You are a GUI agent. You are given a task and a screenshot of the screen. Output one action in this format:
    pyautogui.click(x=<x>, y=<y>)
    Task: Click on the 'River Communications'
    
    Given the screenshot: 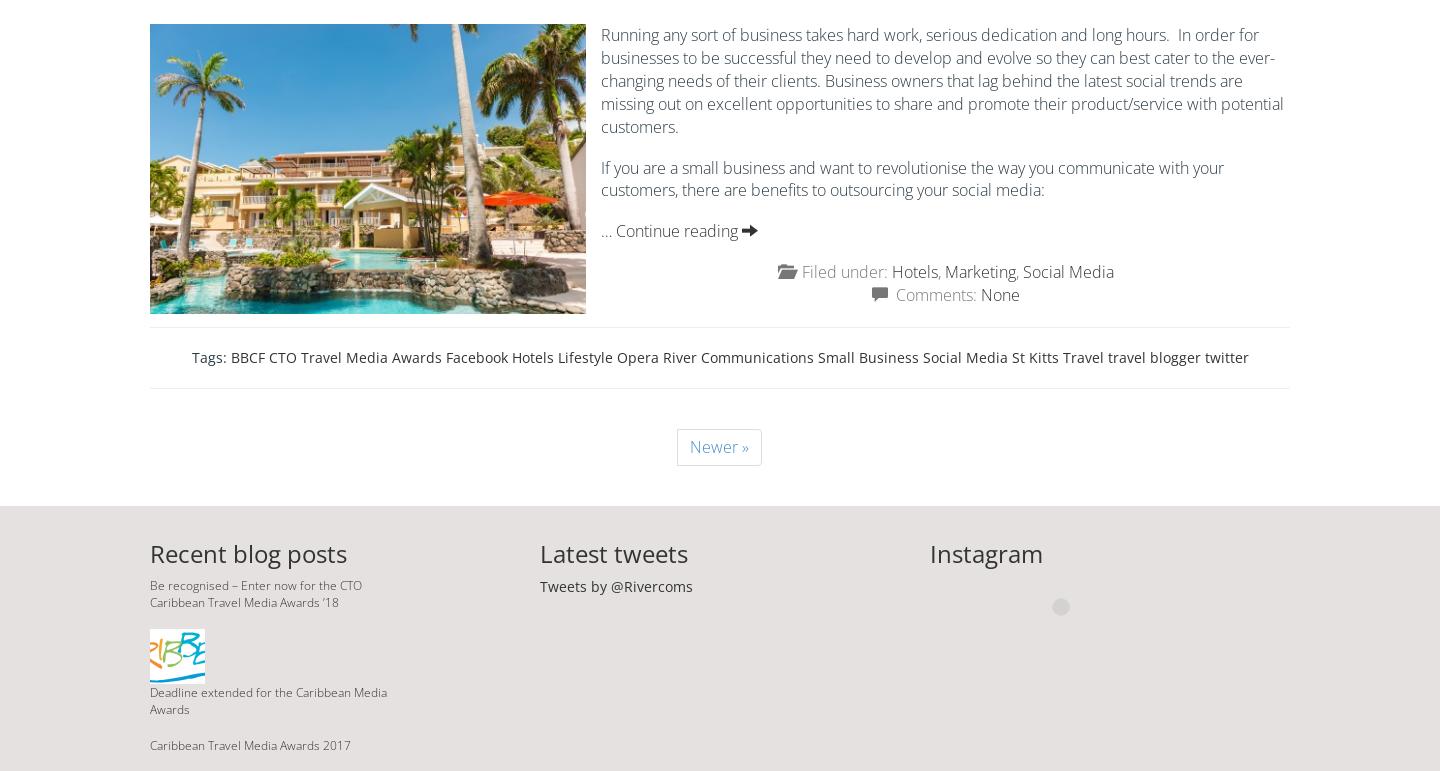 What is the action you would take?
    pyautogui.click(x=736, y=356)
    